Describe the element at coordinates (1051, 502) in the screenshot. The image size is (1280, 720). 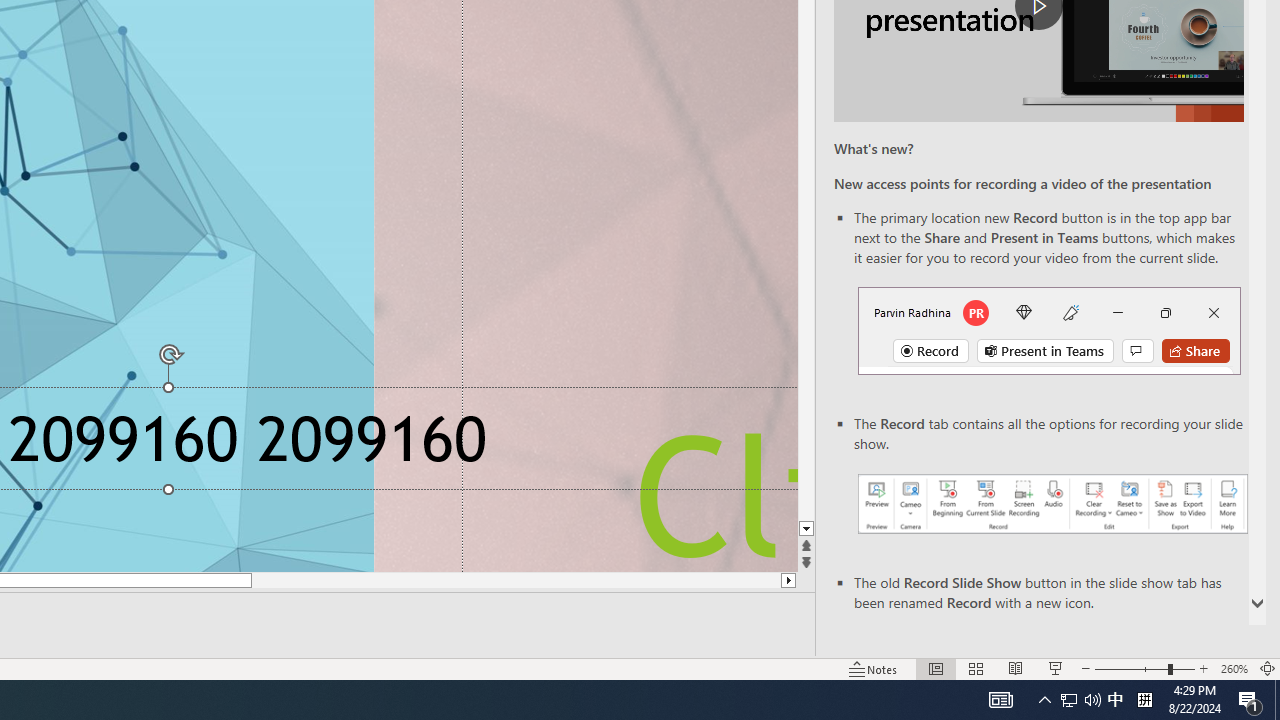
I see `'Record your presentations screenshot one'` at that location.